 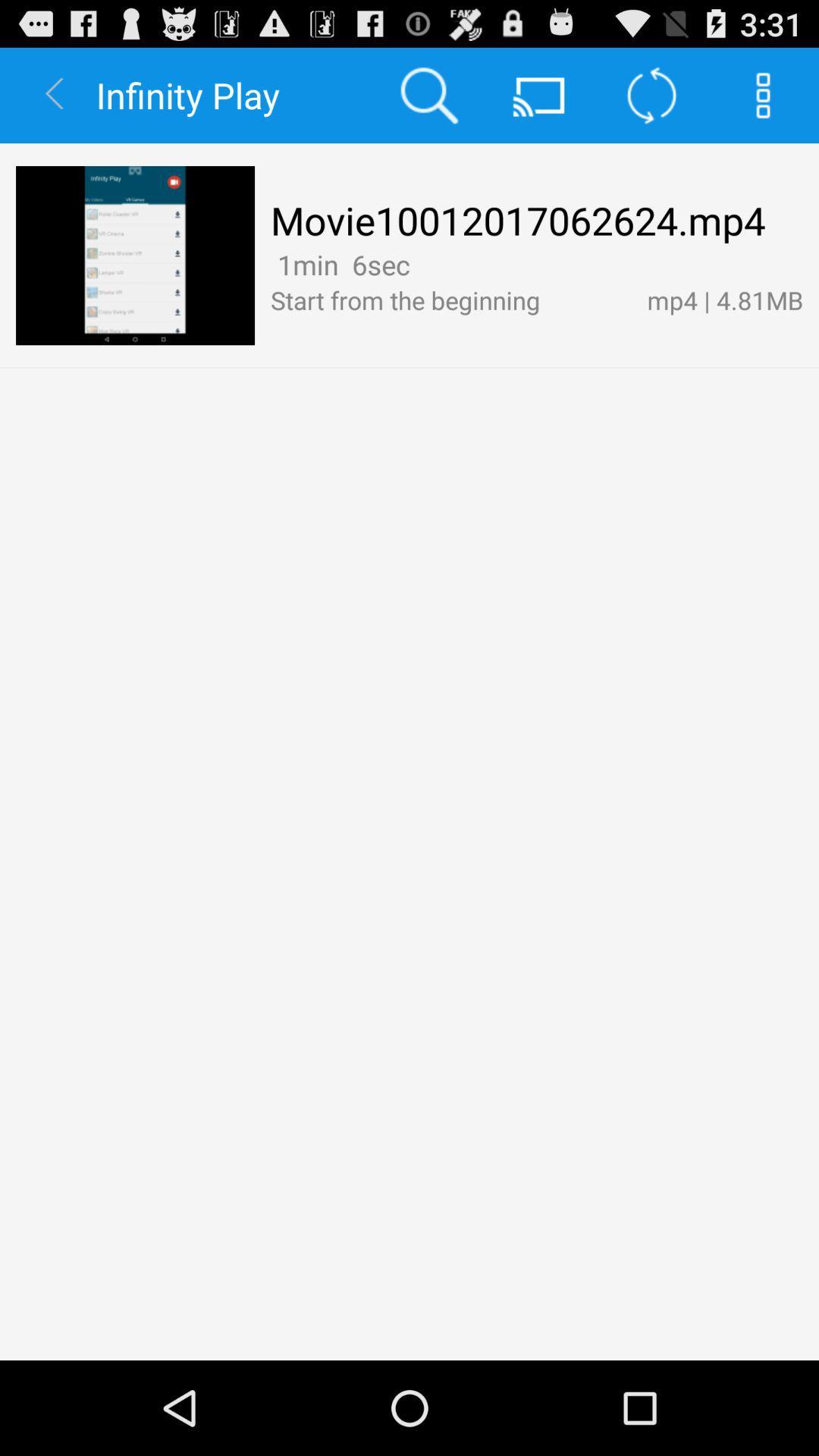 What do you see at coordinates (339, 265) in the screenshot?
I see `the icon below the movie10012017062624.mp4 app` at bounding box center [339, 265].